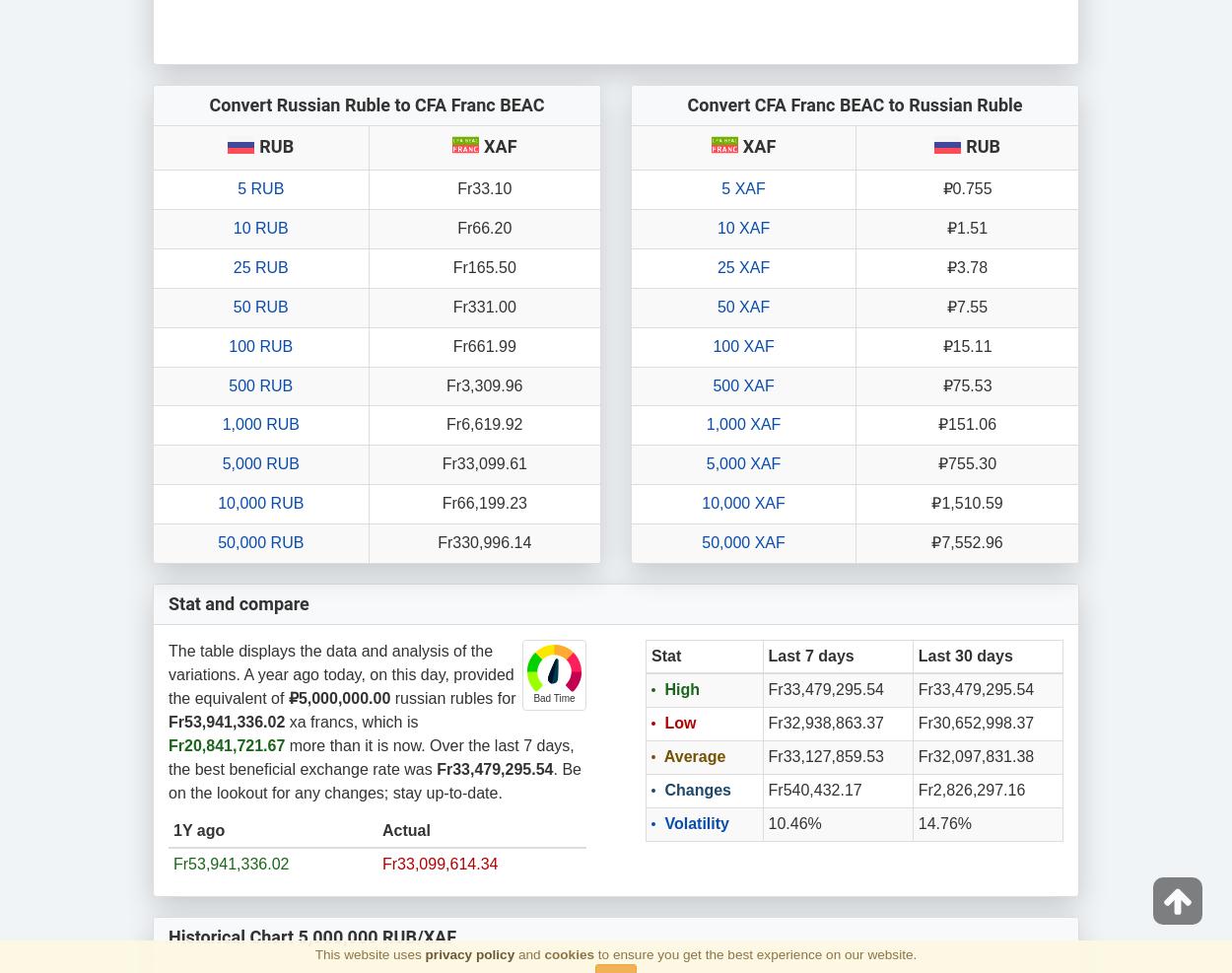  What do you see at coordinates (809, 655) in the screenshot?
I see `'Last 7 days'` at bounding box center [809, 655].